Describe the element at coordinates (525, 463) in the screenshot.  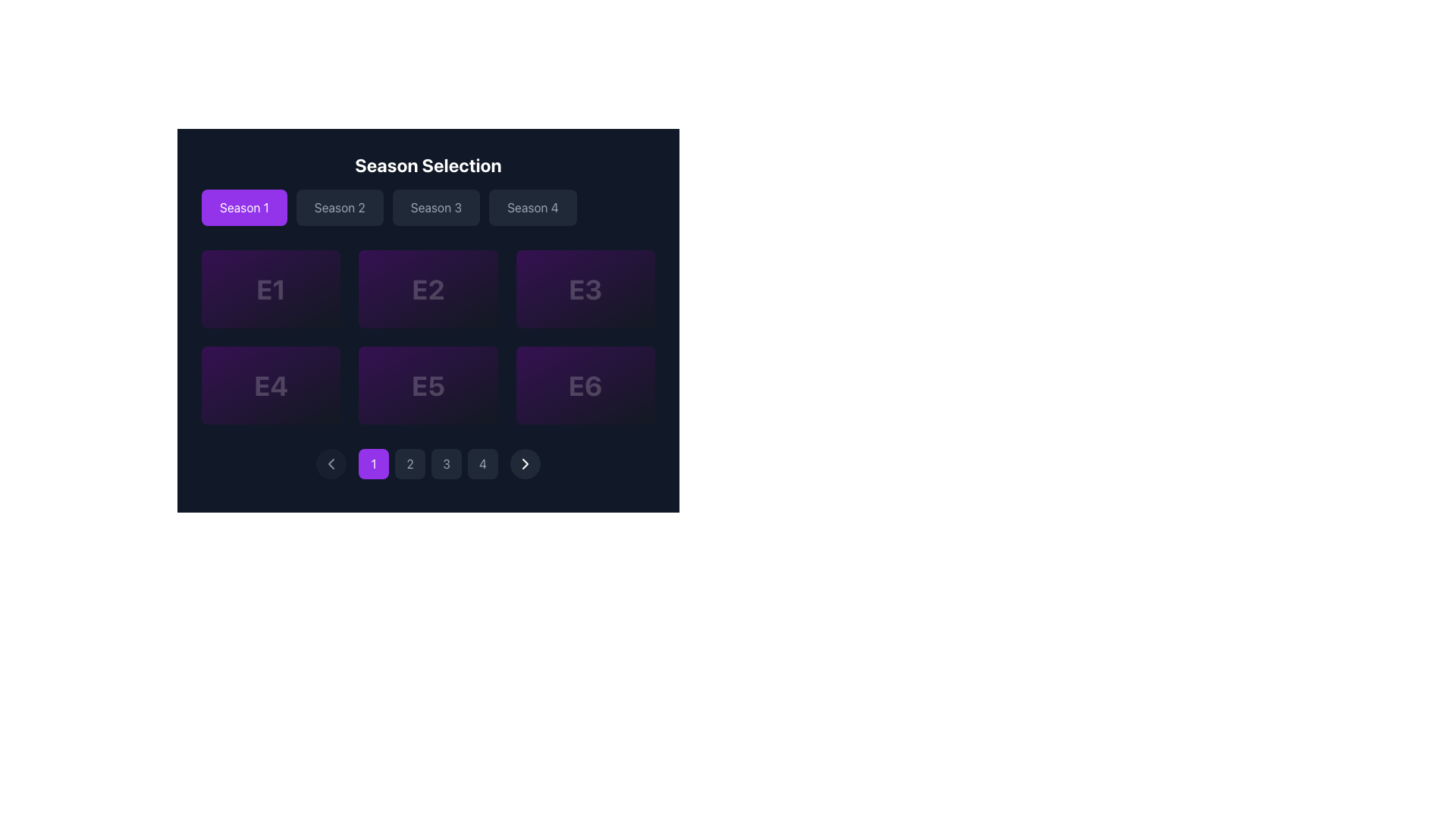
I see `the right-pointing chevron button` at that location.